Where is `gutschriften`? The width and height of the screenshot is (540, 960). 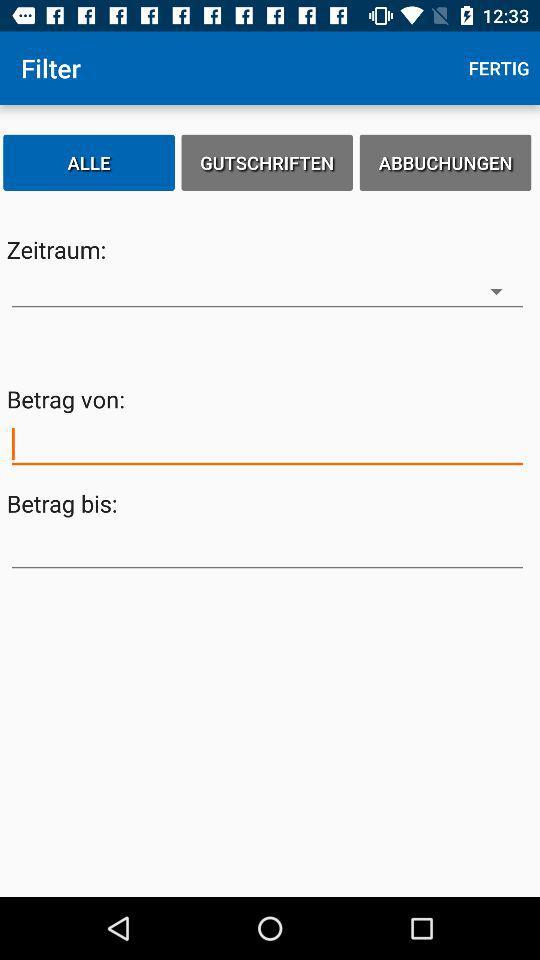
gutschriften is located at coordinates (267, 161).